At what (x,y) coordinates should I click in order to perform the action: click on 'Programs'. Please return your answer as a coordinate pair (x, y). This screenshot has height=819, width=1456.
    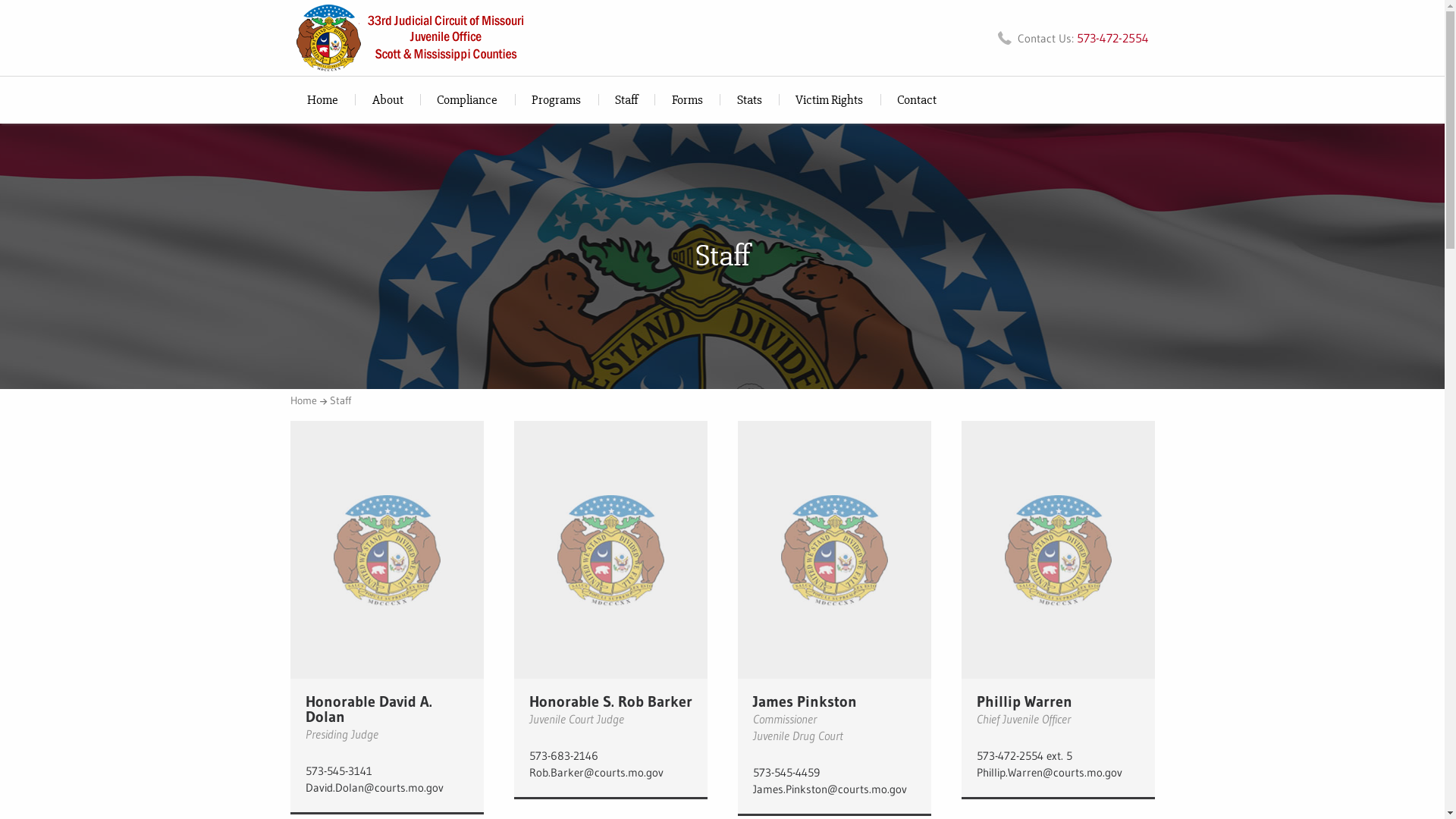
    Looking at the image, I should click on (556, 99).